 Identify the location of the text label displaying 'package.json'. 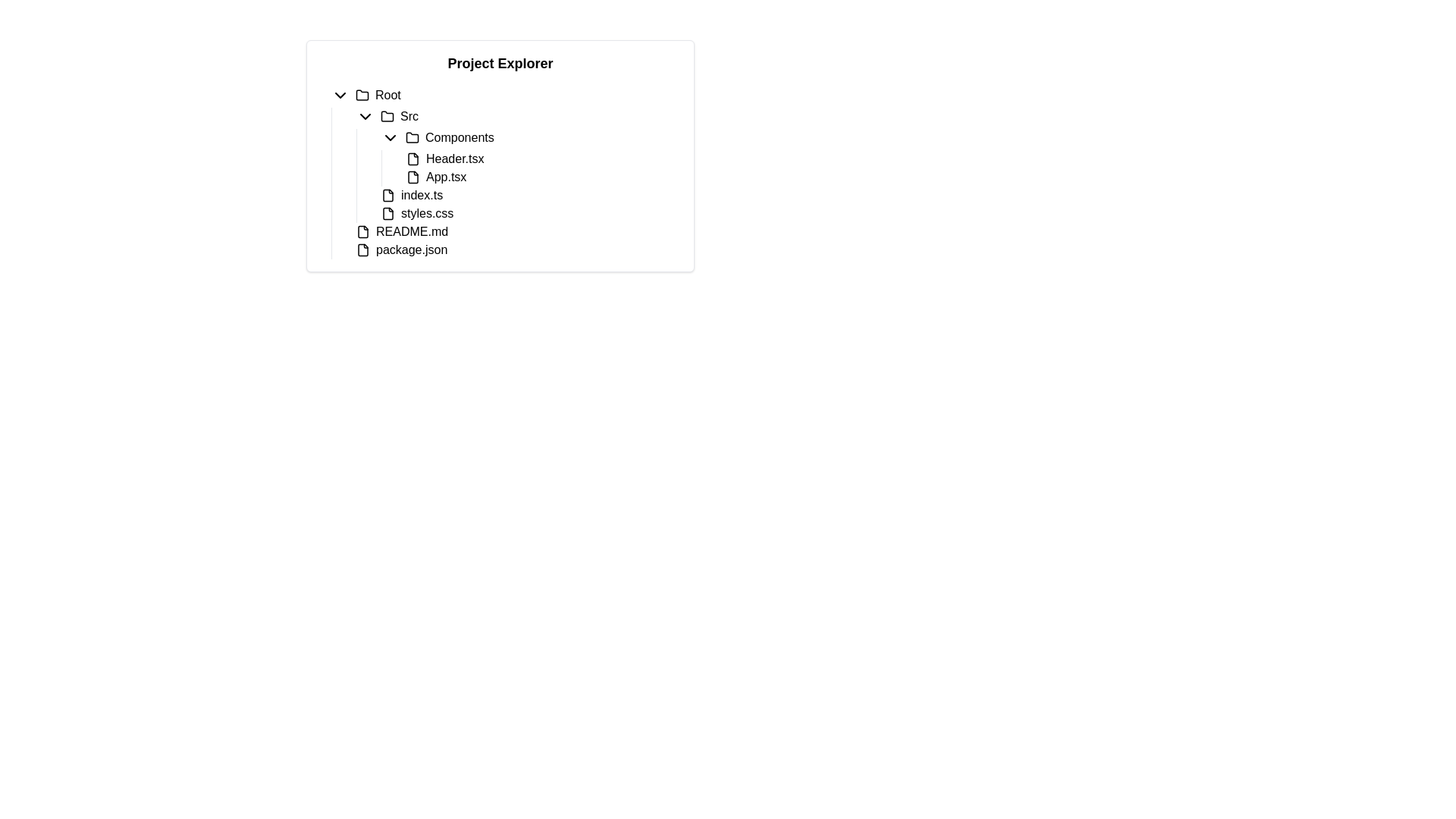
(412, 249).